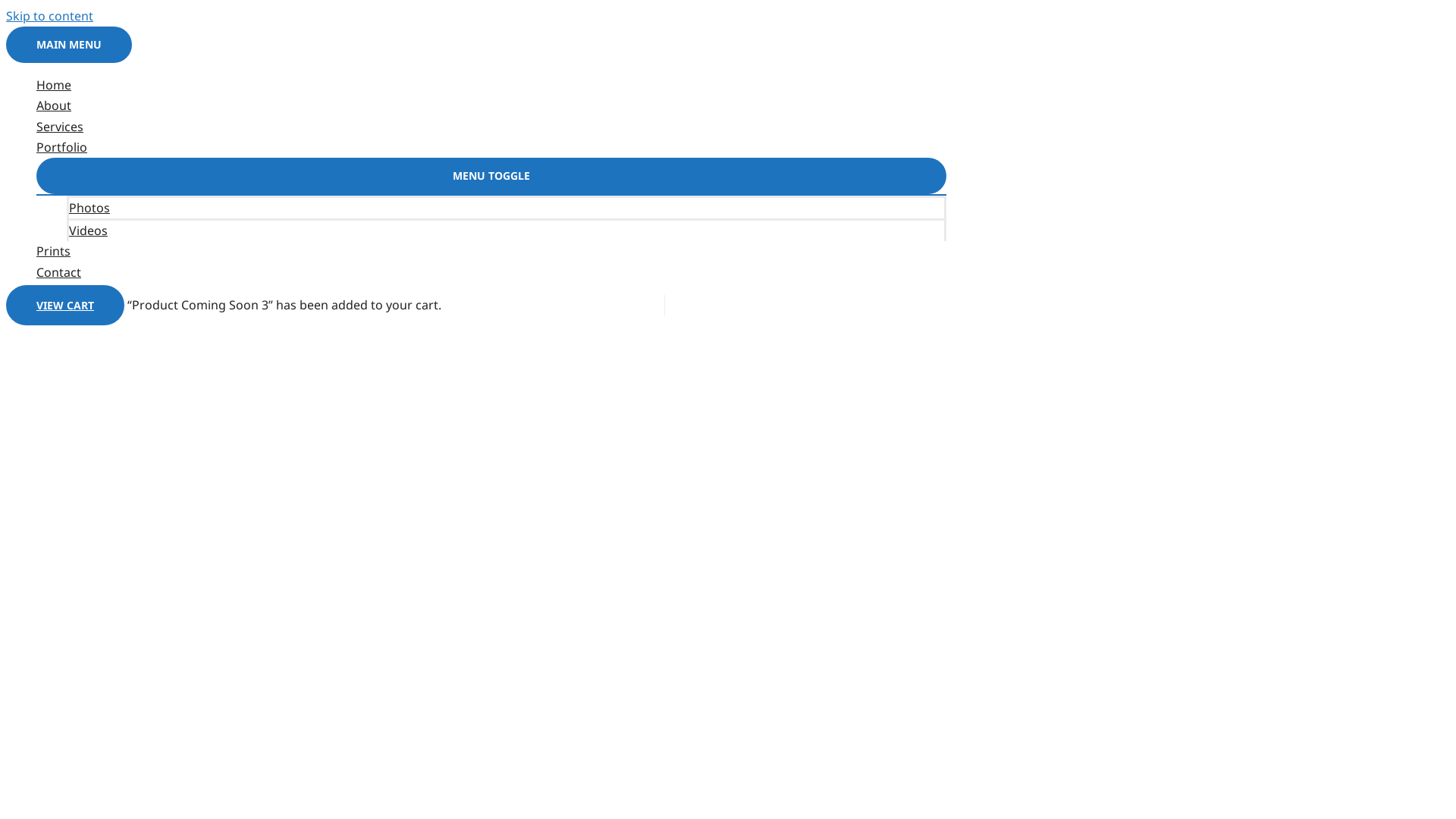  Describe the element at coordinates (491, 126) in the screenshot. I see `'Services'` at that location.